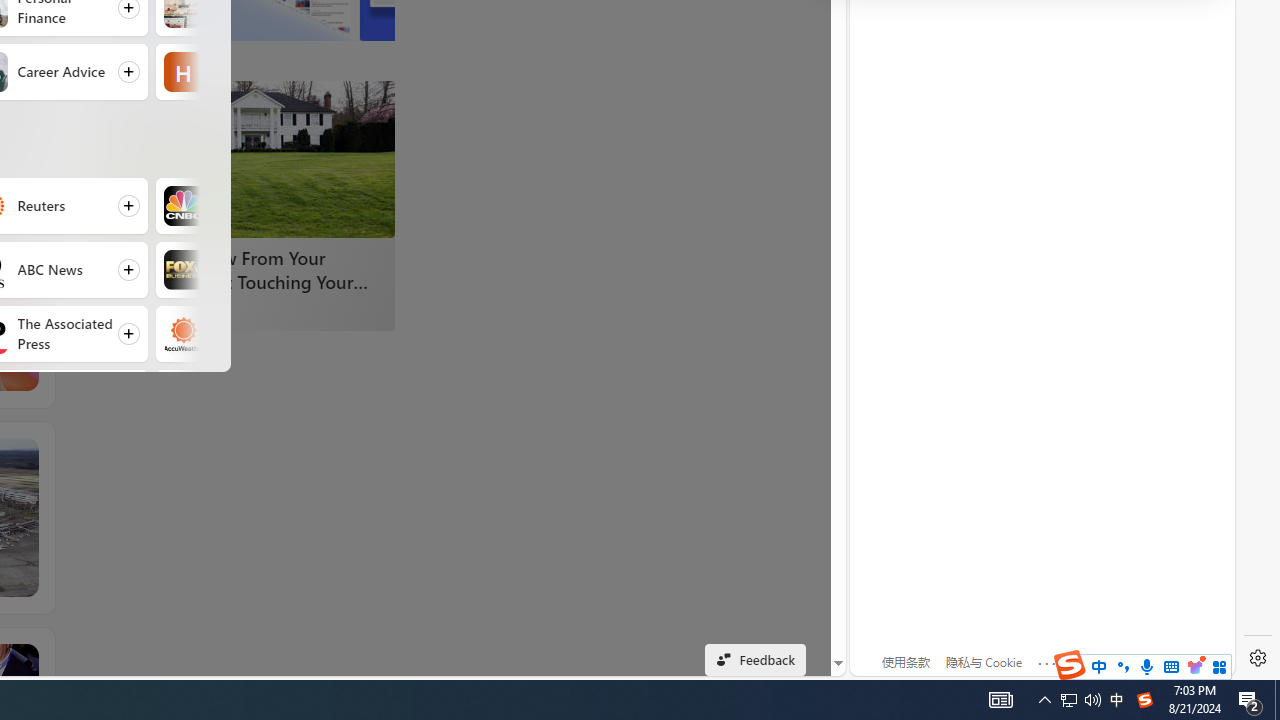 This screenshot has width=1280, height=720. What do you see at coordinates (183, 333) in the screenshot?
I see `'AccuWeather'` at bounding box center [183, 333].